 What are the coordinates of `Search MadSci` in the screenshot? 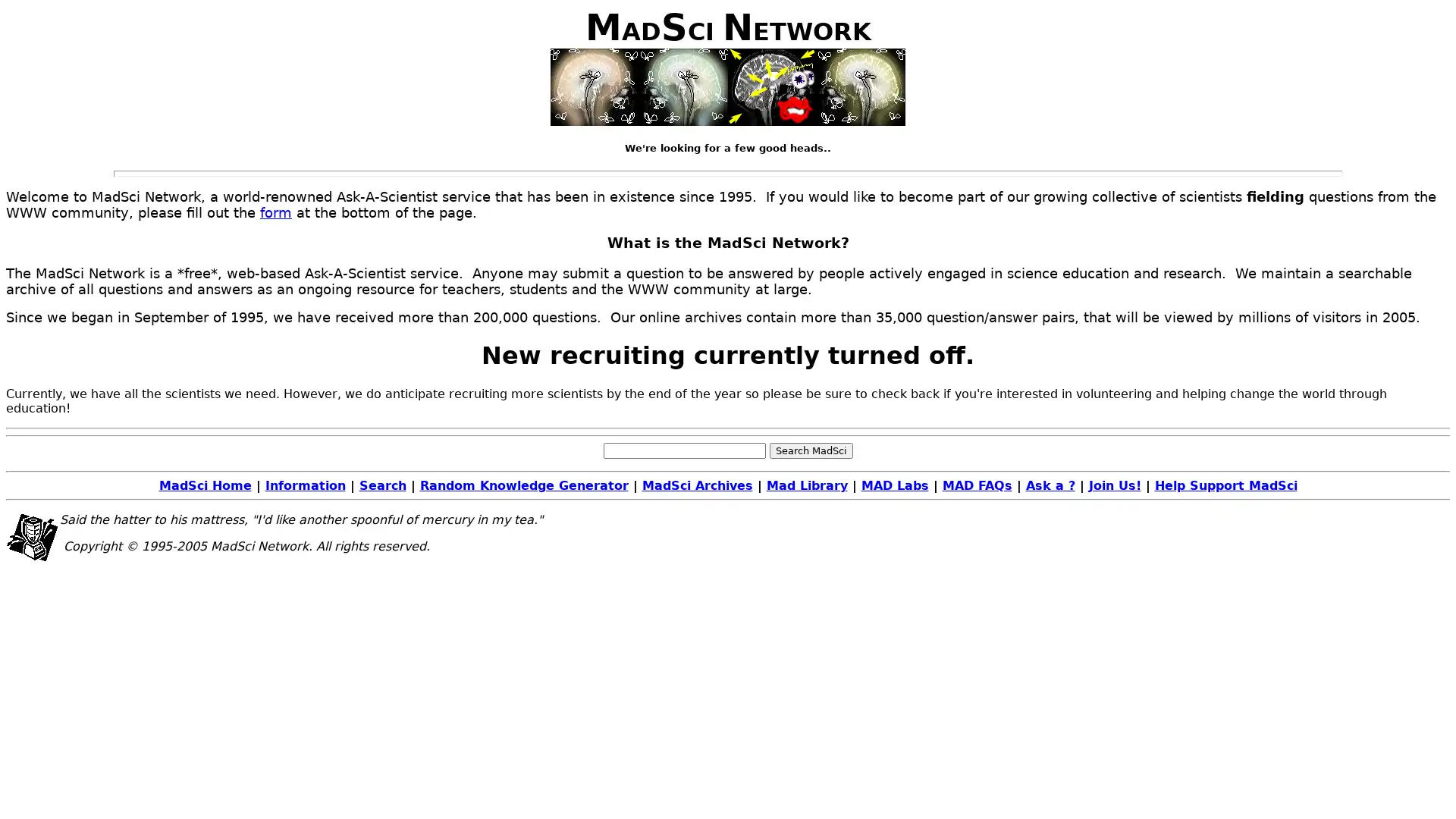 It's located at (810, 449).